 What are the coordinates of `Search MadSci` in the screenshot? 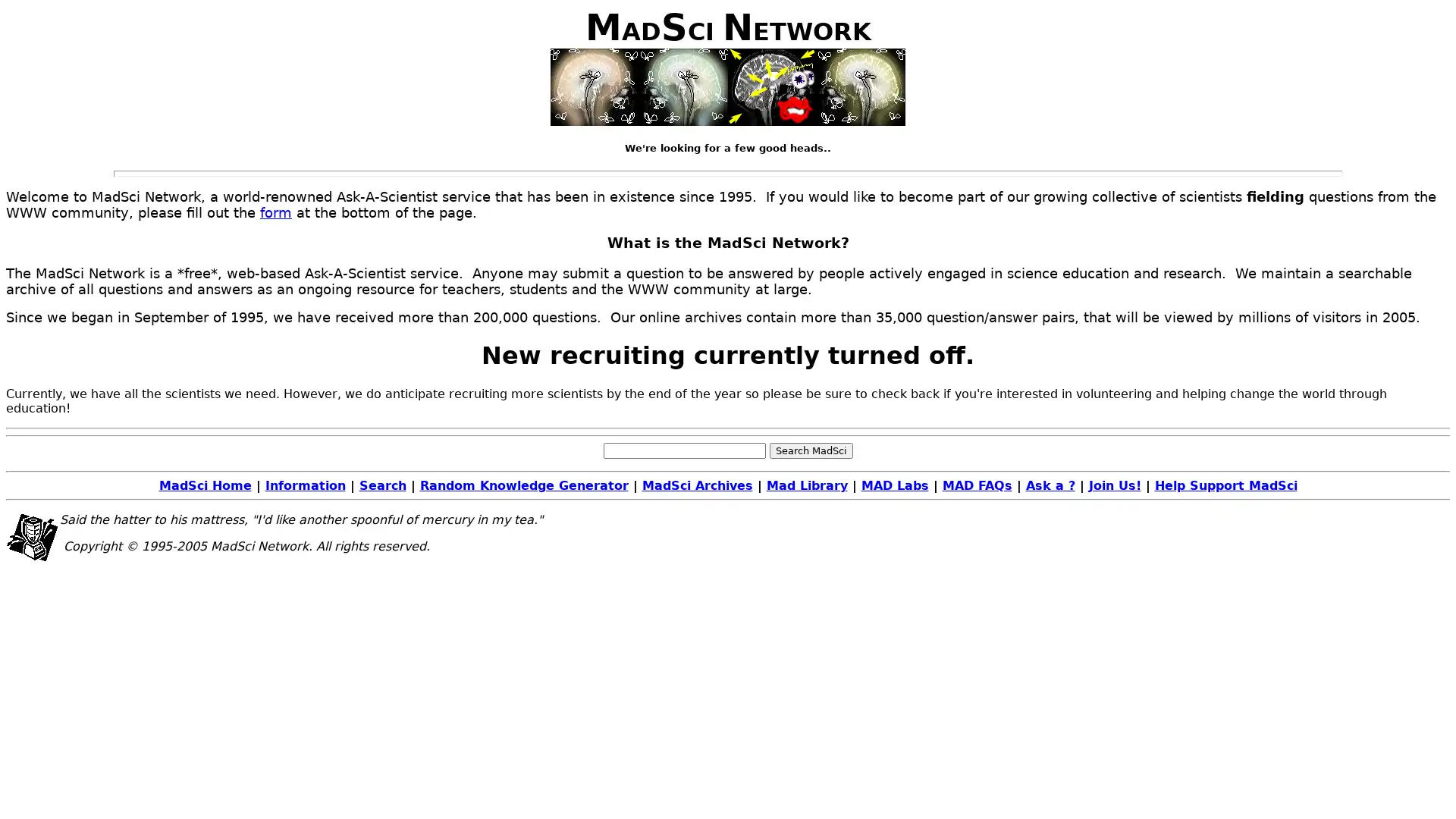 It's located at (810, 449).